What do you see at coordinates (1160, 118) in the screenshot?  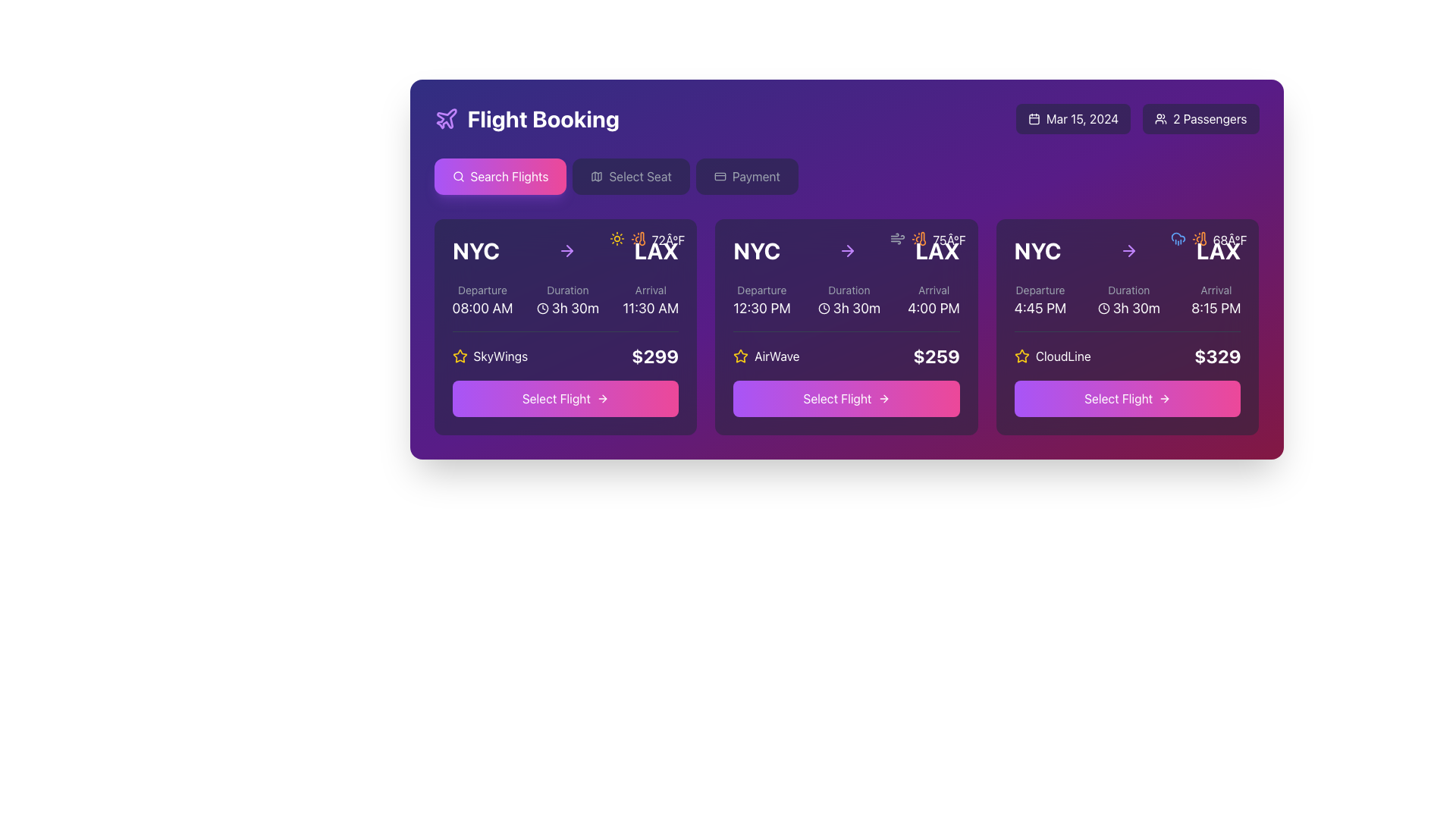 I see `the 'Passengers' icon located at the top-right corner of the interface, next to the '2 Passengers' text` at bounding box center [1160, 118].